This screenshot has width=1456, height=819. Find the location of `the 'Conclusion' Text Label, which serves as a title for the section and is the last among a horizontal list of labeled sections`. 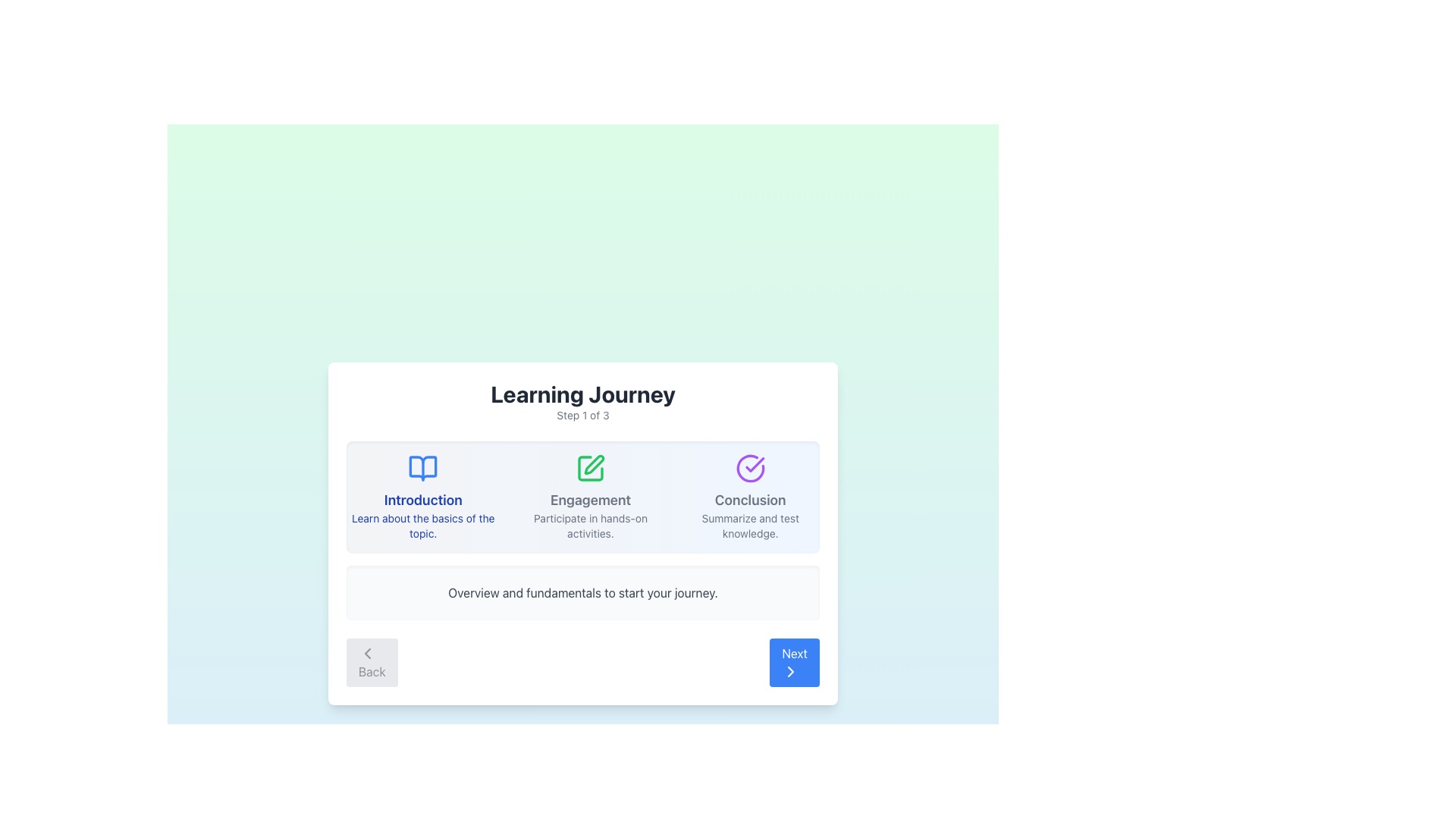

the 'Conclusion' Text Label, which serves as a title for the section and is the last among a horizontal list of labeled sections is located at coordinates (750, 500).